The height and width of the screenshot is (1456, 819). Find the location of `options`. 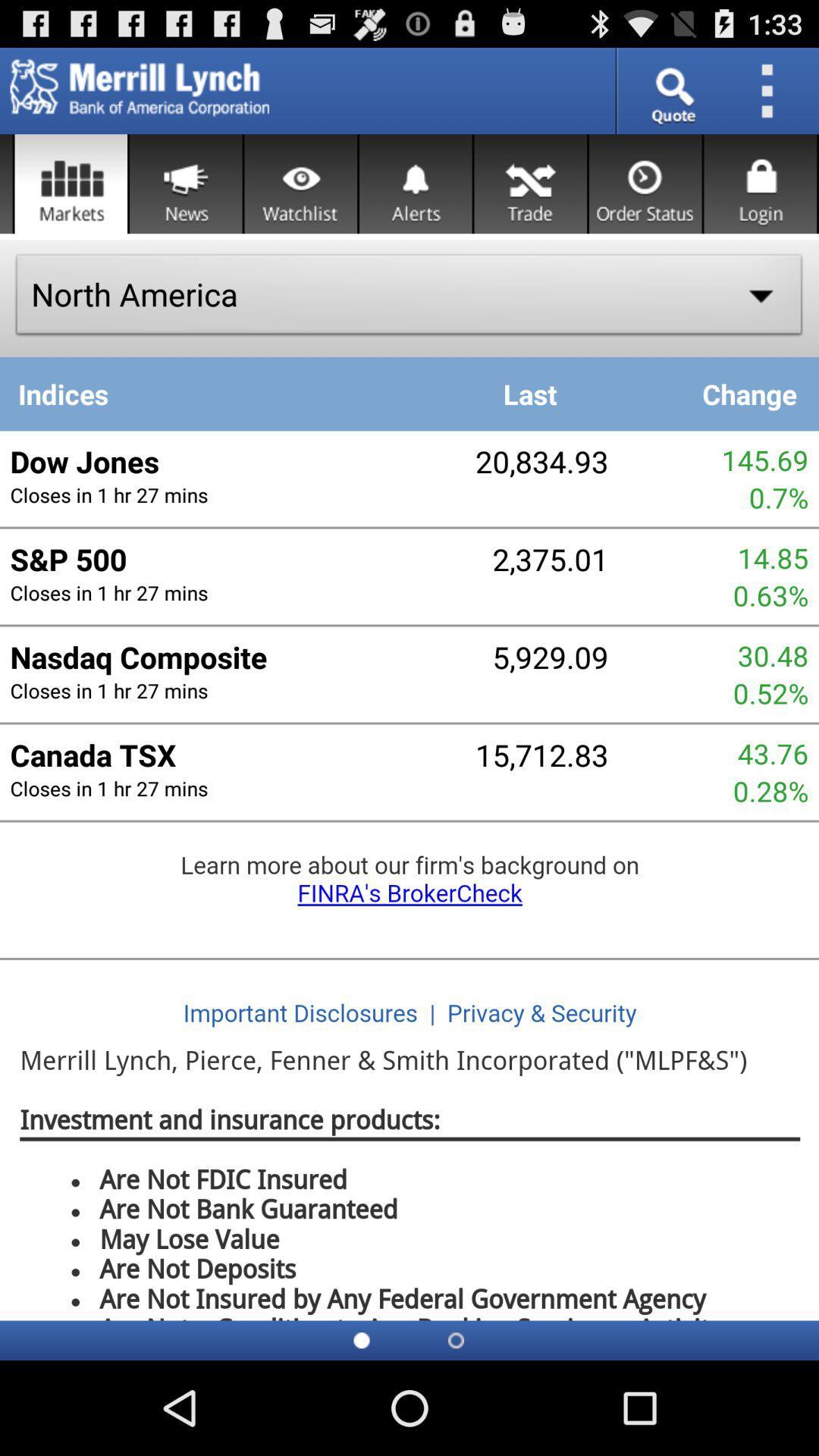

options is located at coordinates (772, 90).